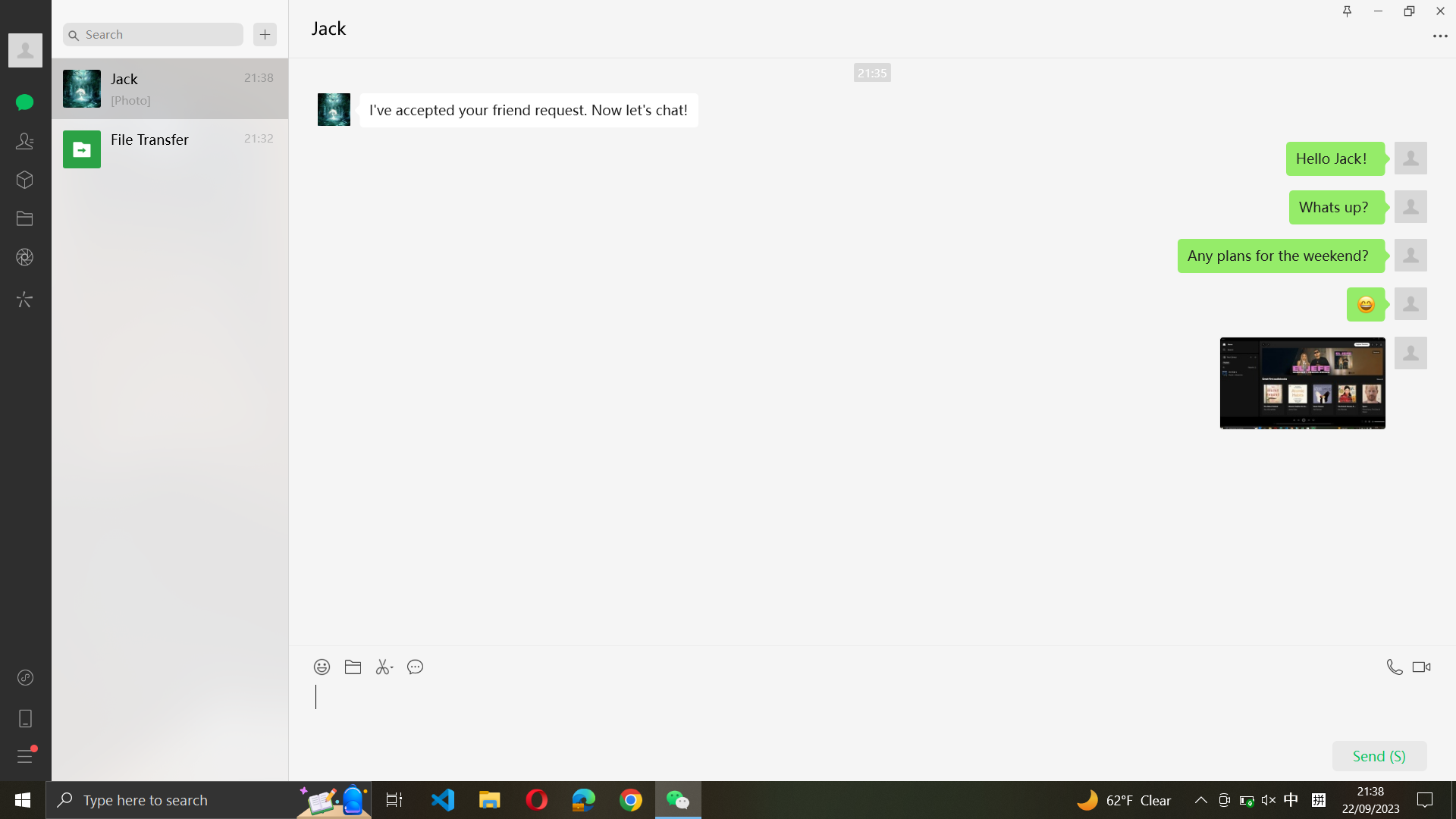 This screenshot has width=1456, height=819. Describe the element at coordinates (25, 140) in the screenshot. I see `Visit the contacts page and select the second contact from the list` at that location.